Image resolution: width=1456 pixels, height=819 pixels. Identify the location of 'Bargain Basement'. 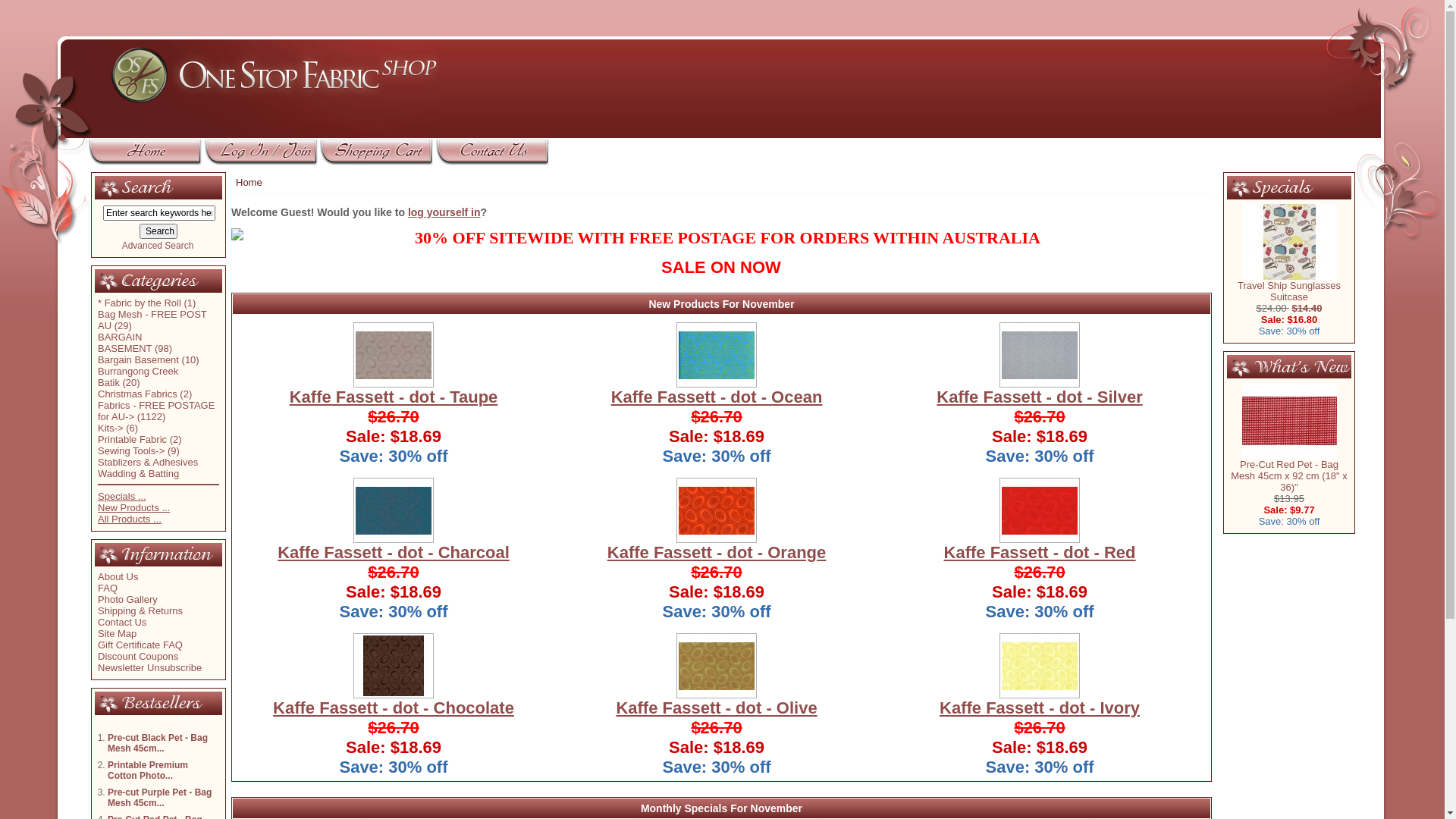
(138, 359).